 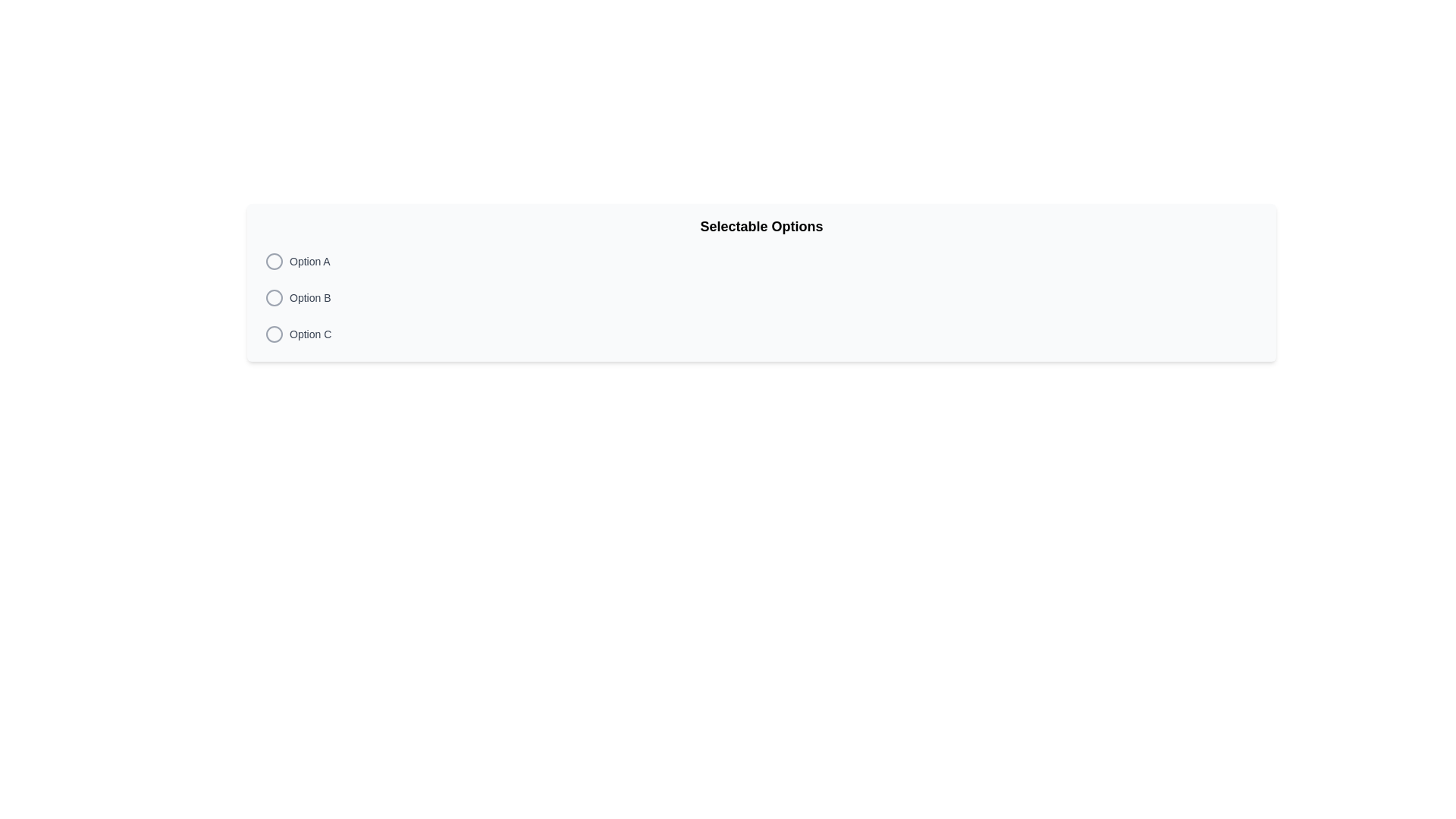 I want to click on the radio button associated with 'Option C', so click(x=274, y=333).